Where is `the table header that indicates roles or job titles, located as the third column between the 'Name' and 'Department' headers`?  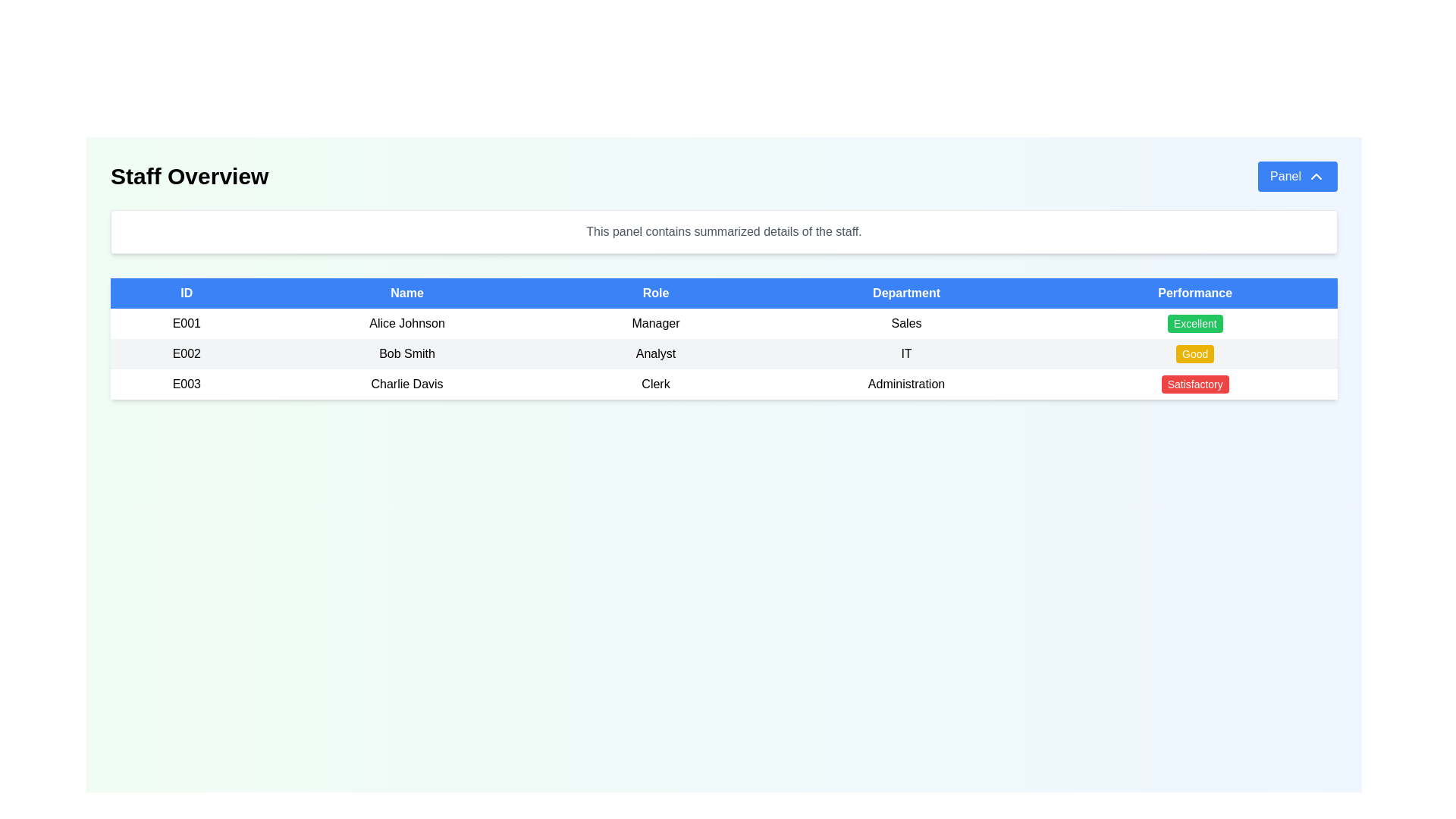 the table header that indicates roles or job titles, located as the third column between the 'Name' and 'Department' headers is located at coordinates (655, 293).